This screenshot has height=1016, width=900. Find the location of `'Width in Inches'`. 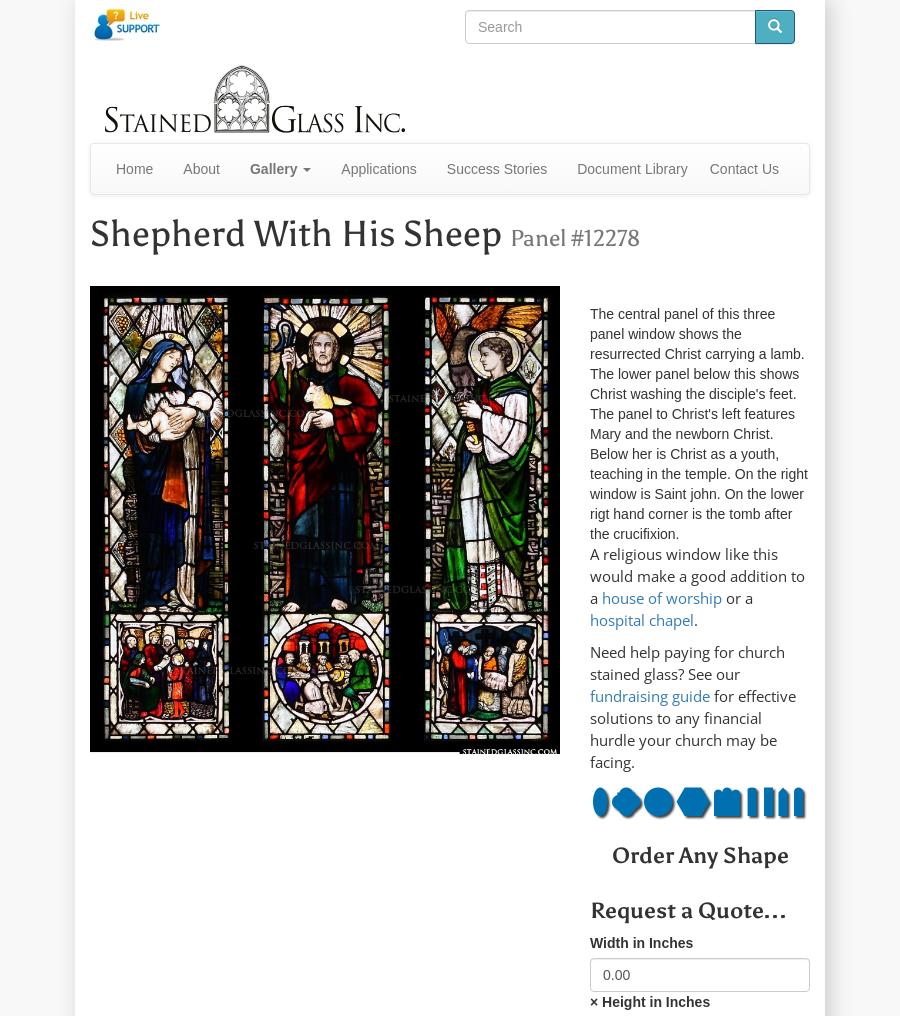

'Width in Inches' is located at coordinates (641, 941).